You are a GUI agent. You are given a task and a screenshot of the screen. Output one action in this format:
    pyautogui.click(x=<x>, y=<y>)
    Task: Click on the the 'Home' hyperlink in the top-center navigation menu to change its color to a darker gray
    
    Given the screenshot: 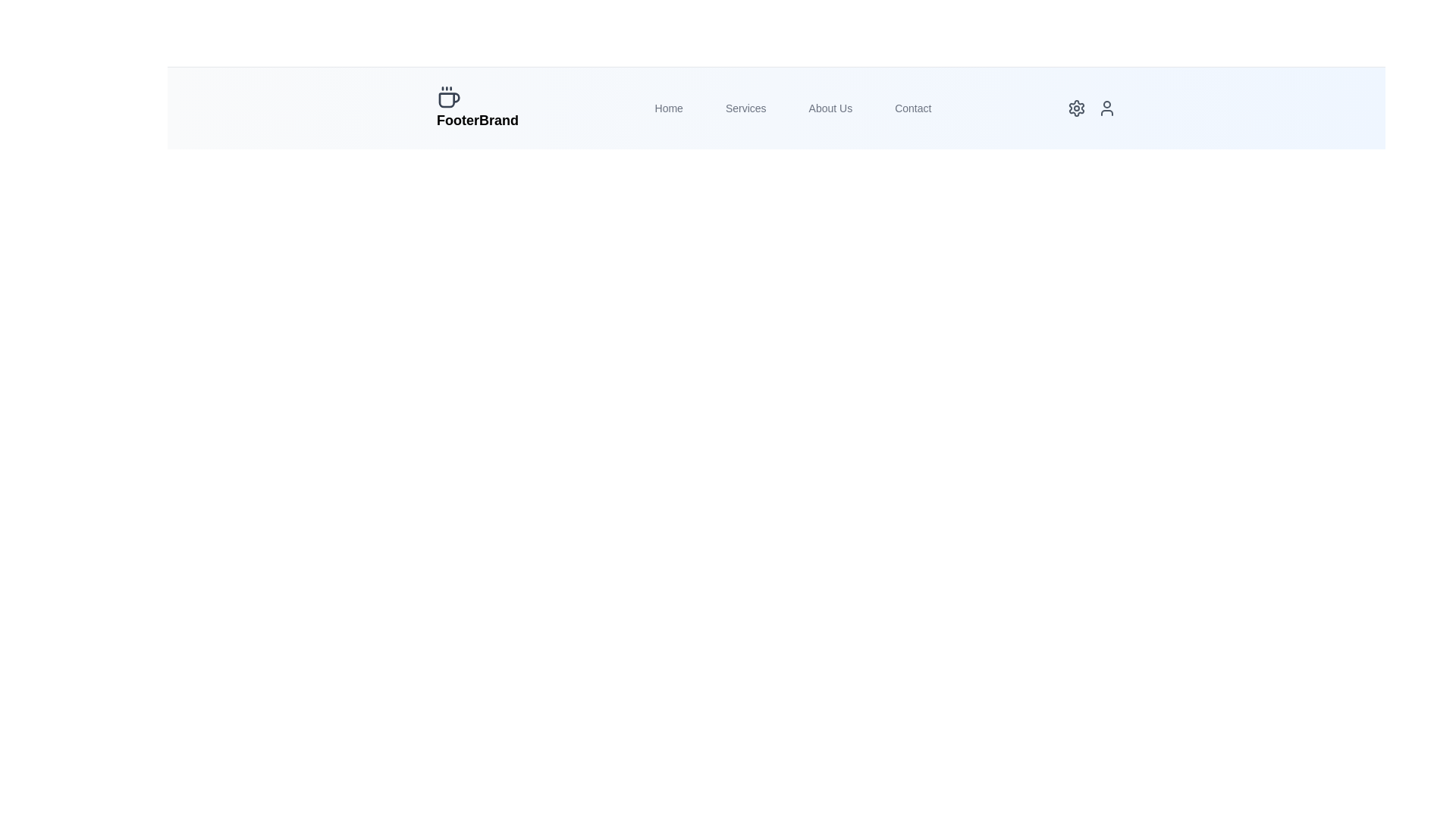 What is the action you would take?
    pyautogui.click(x=668, y=107)
    